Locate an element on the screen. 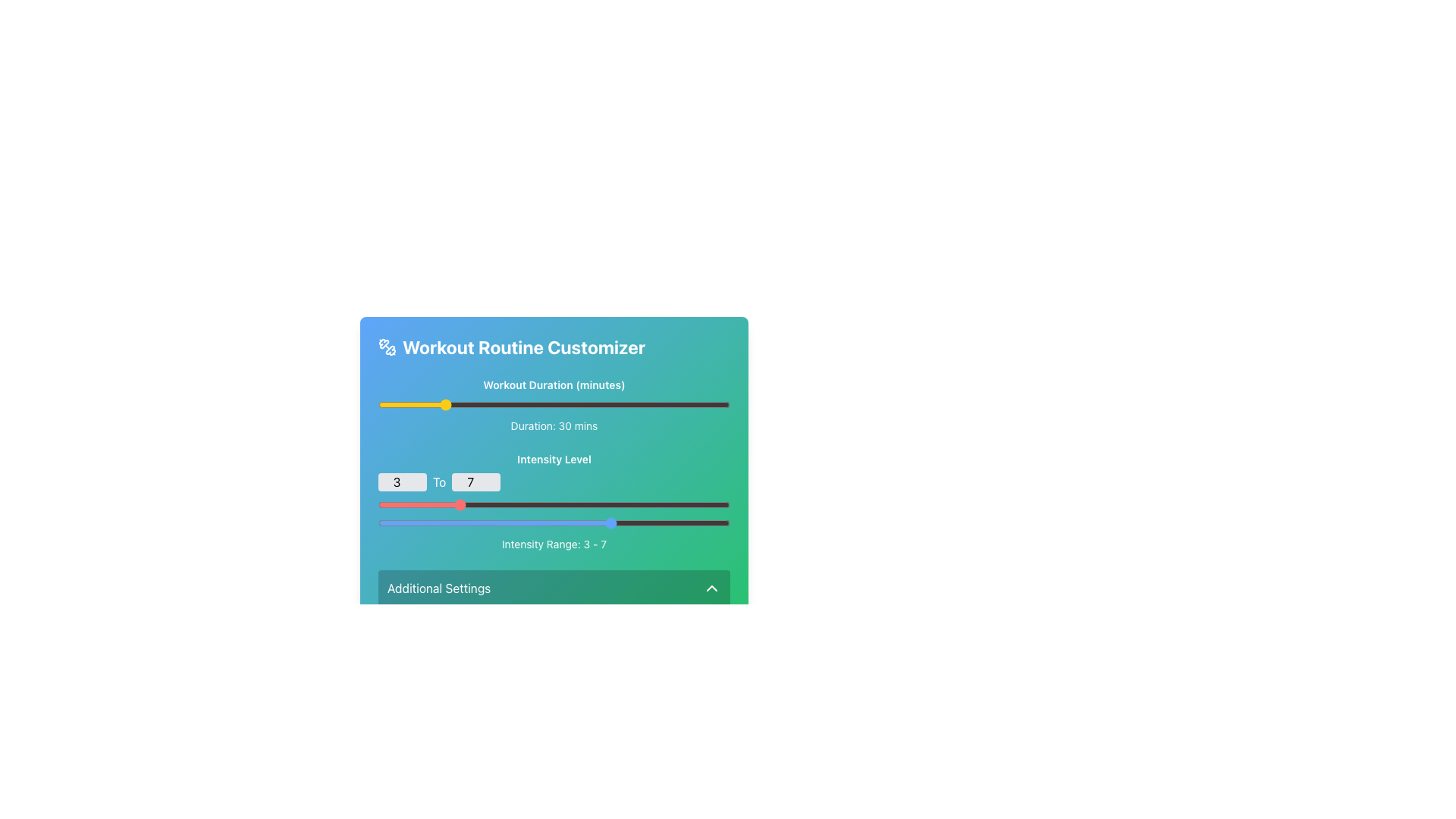  workout duration is located at coordinates (473, 403).